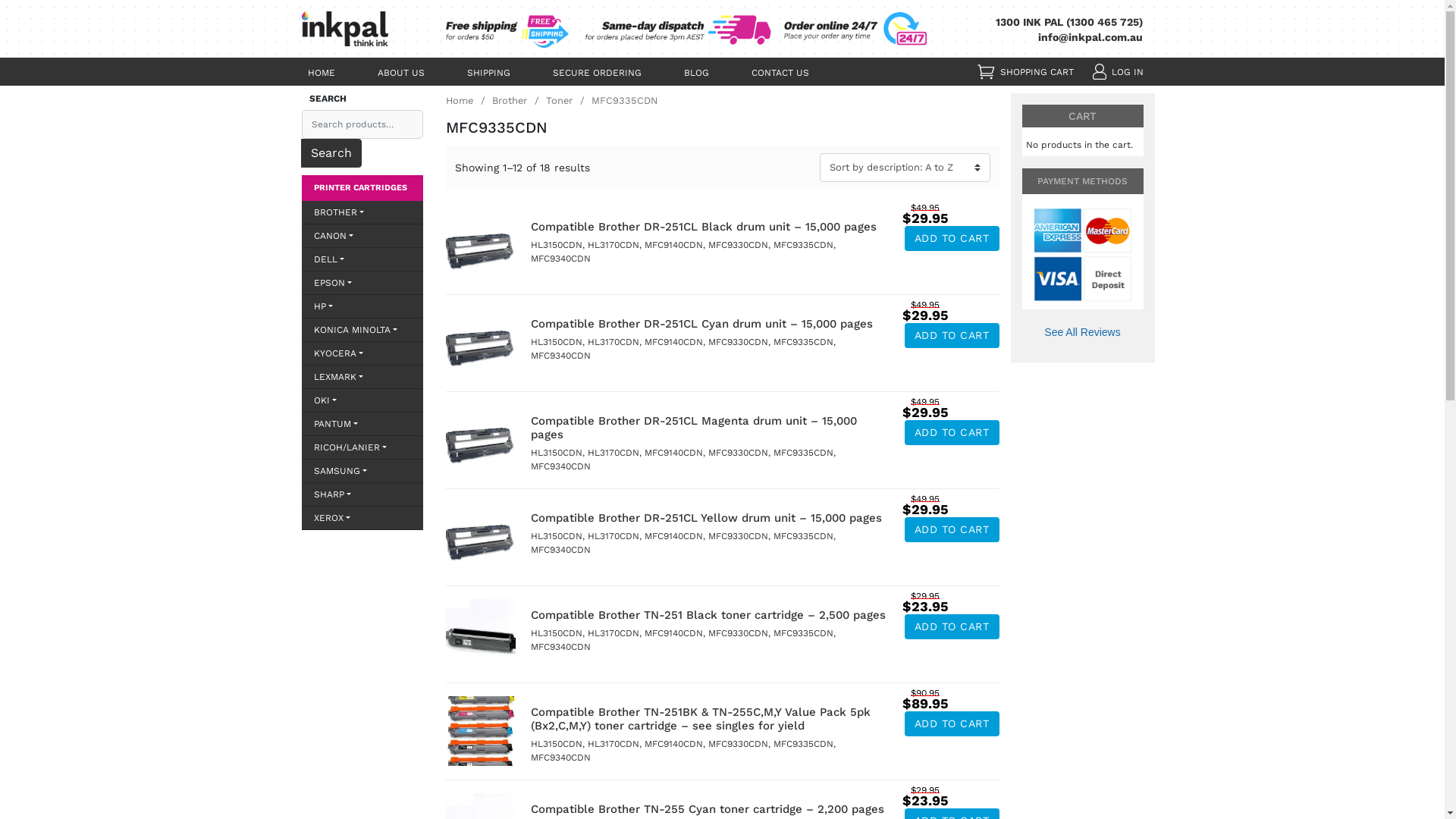  I want to click on 'BLOG', so click(695, 72).